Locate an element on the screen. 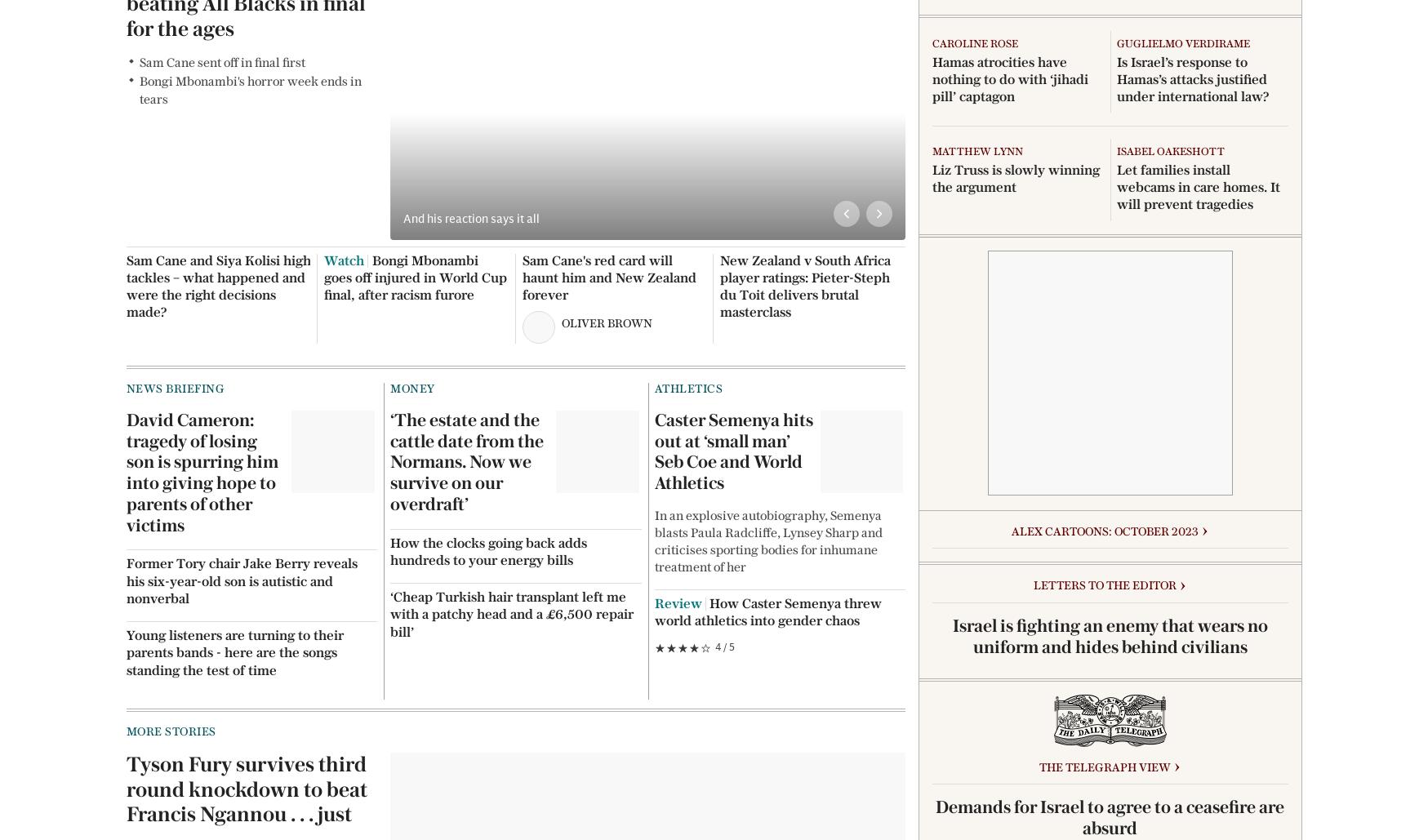 This screenshot has height=840, width=1428. 'The ten style investments to make now and keep forever – all under £250' is located at coordinates (416, 644).